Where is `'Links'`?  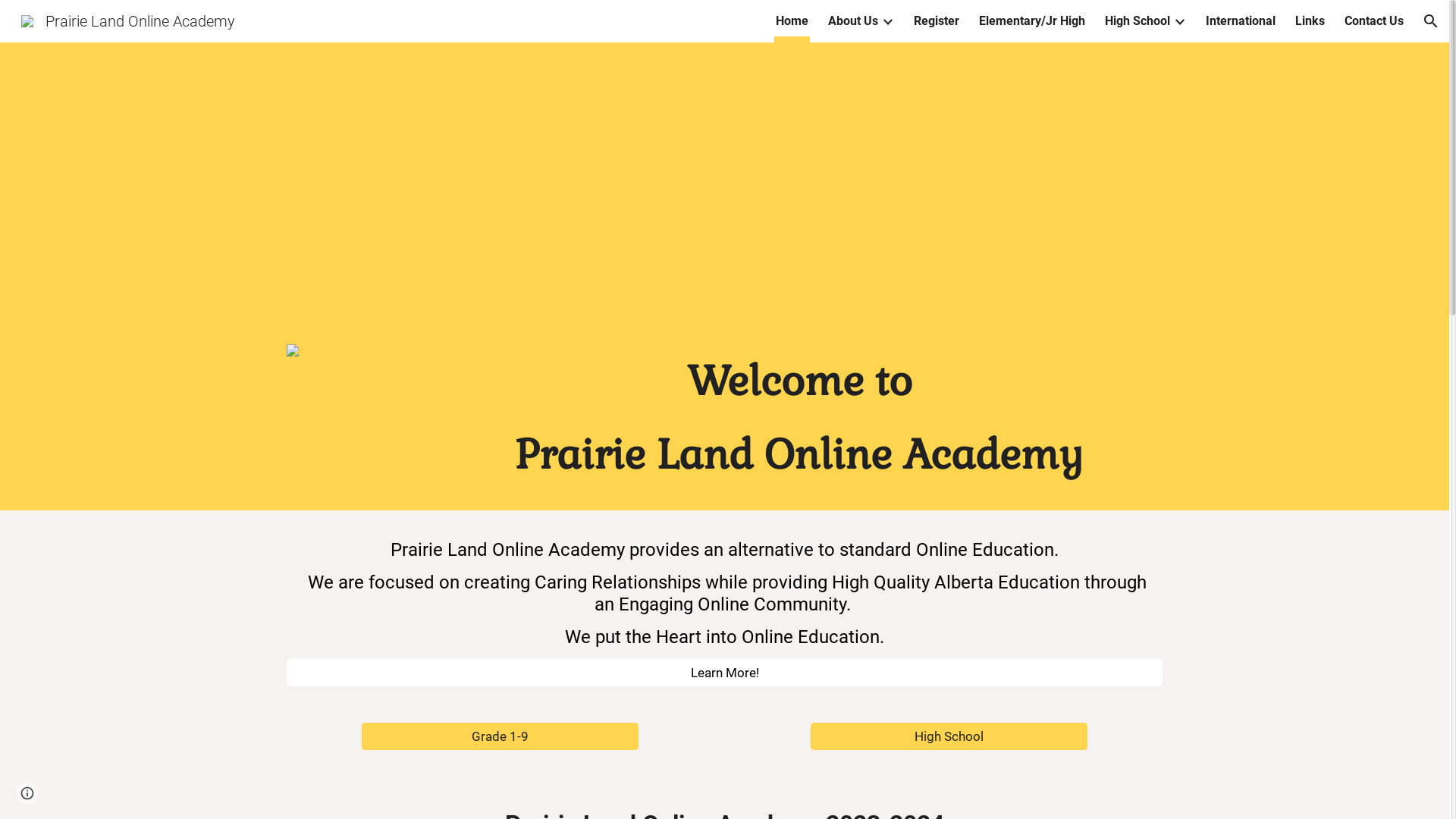 'Links' is located at coordinates (1309, 20).